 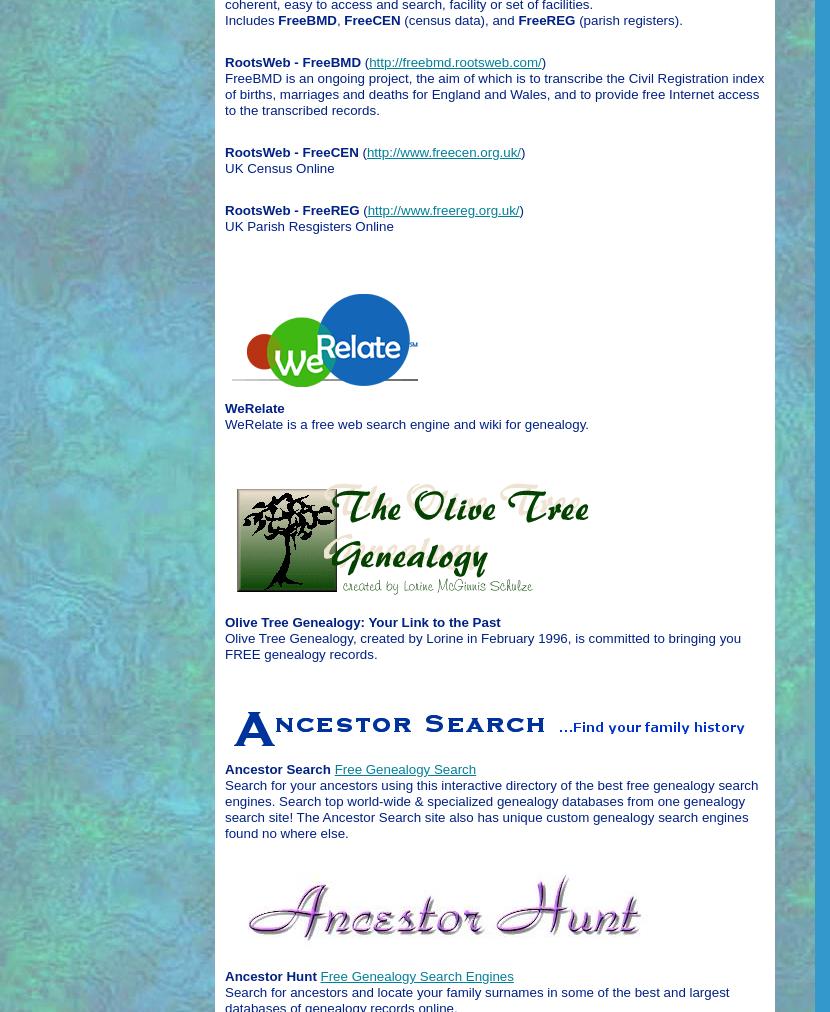 I want to click on 'Search for your ancestors using this interactive directory of the best free genealogy search engines. Search top world-wide & specialized genealogy databases from one genealogy search site! The Ancestor Search site also has unique custom genealogy search engines found no where else.', so click(x=490, y=807).